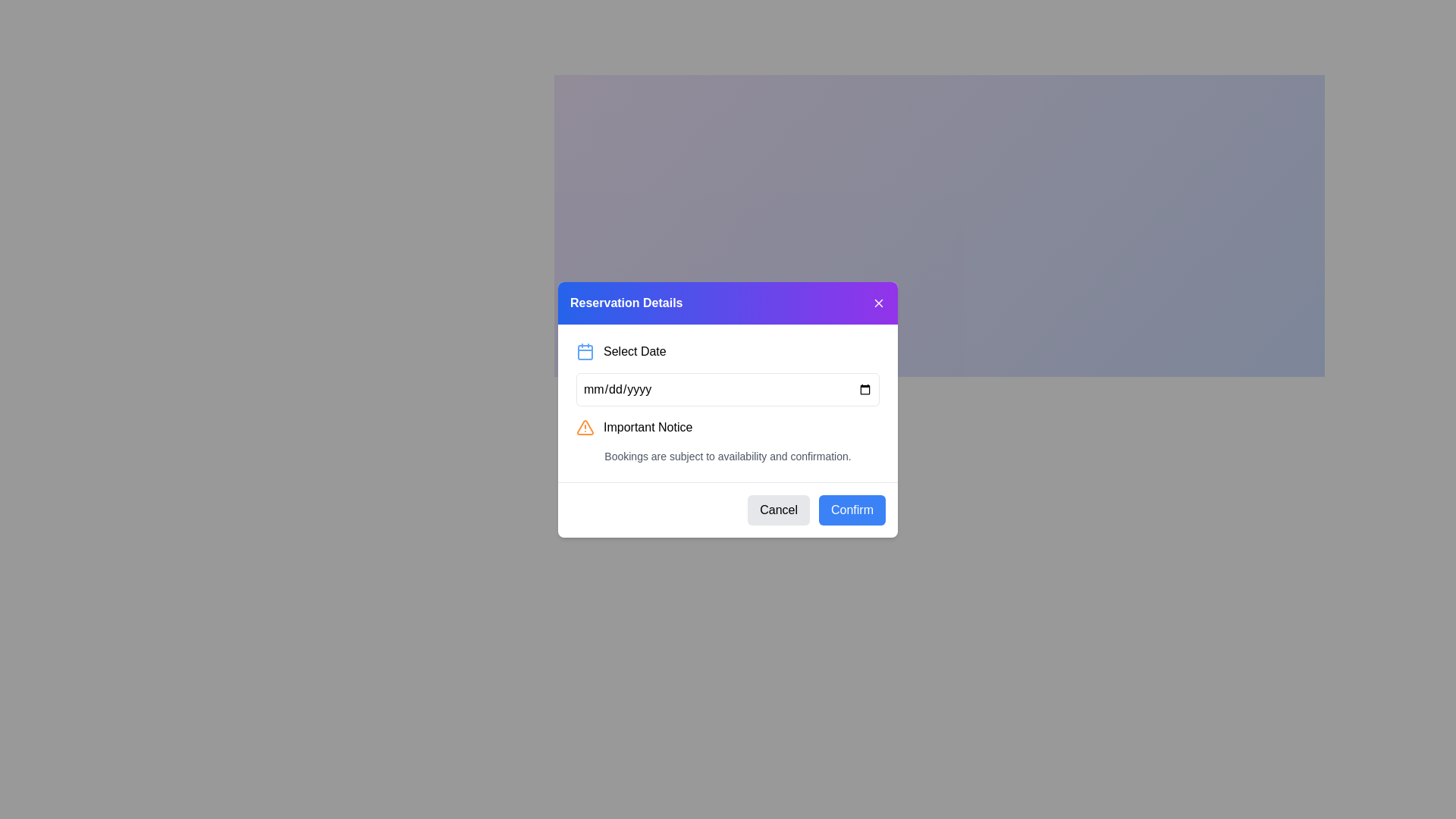 The width and height of the screenshot is (1456, 819). What do you see at coordinates (878, 302) in the screenshot?
I see `the close button located at the far-right end of the 'Reservation Details' section` at bounding box center [878, 302].